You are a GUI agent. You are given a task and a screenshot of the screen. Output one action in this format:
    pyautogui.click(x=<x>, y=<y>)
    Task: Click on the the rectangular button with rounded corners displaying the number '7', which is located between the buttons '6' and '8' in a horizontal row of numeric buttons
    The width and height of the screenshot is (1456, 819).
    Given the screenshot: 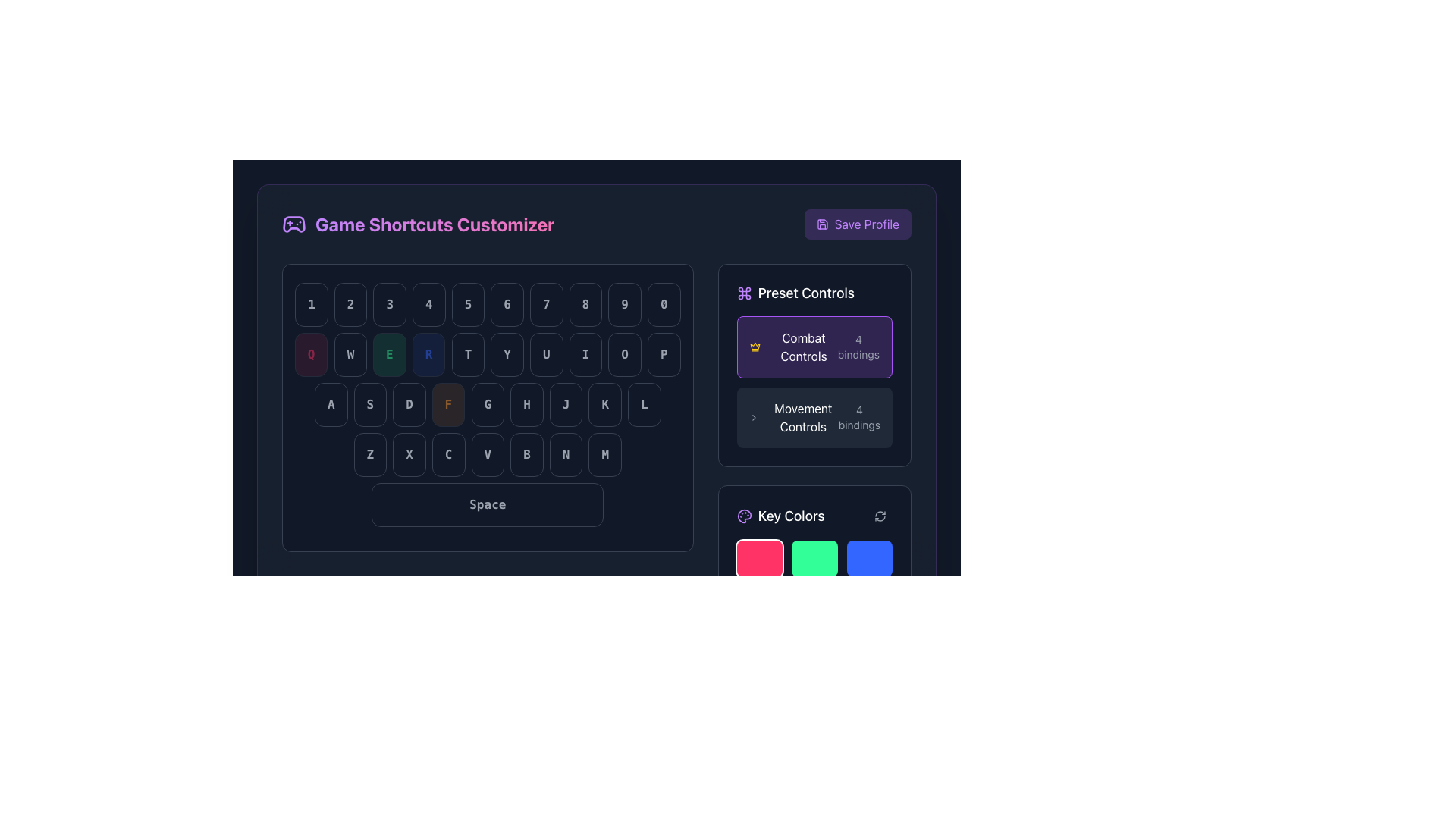 What is the action you would take?
    pyautogui.click(x=546, y=304)
    